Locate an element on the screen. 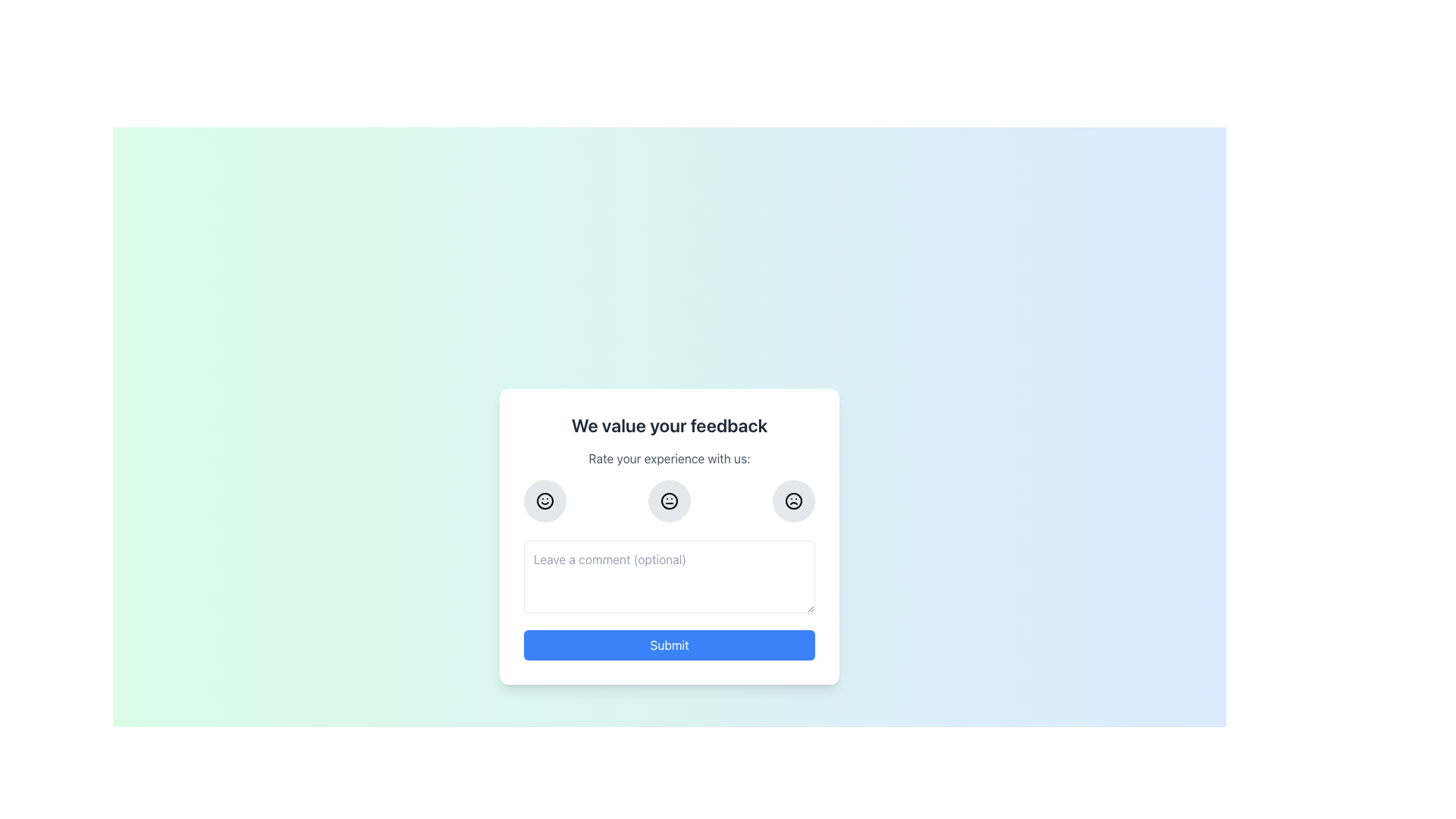  the neutral feedback icon button is located at coordinates (669, 500).